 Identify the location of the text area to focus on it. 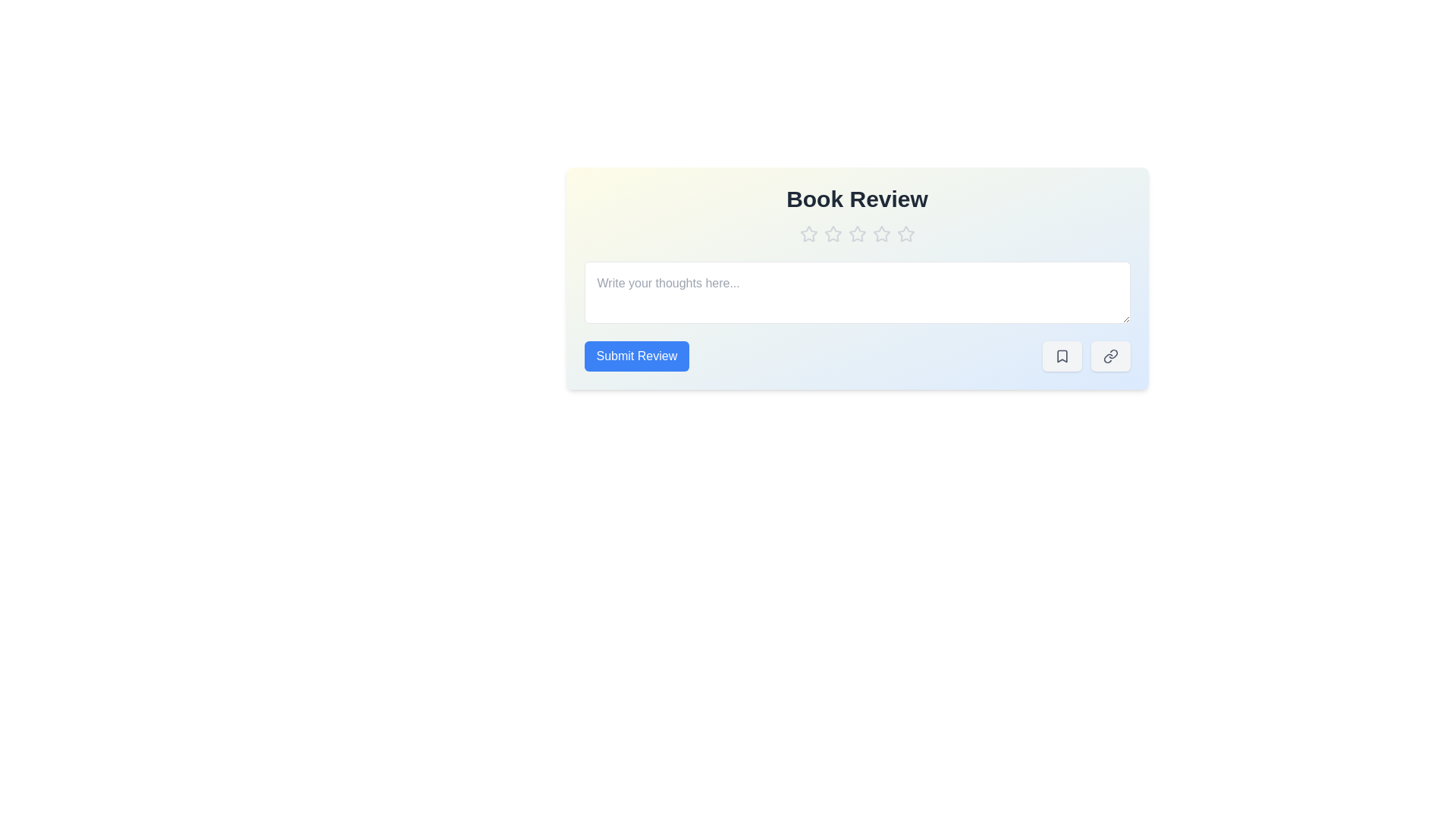
(857, 292).